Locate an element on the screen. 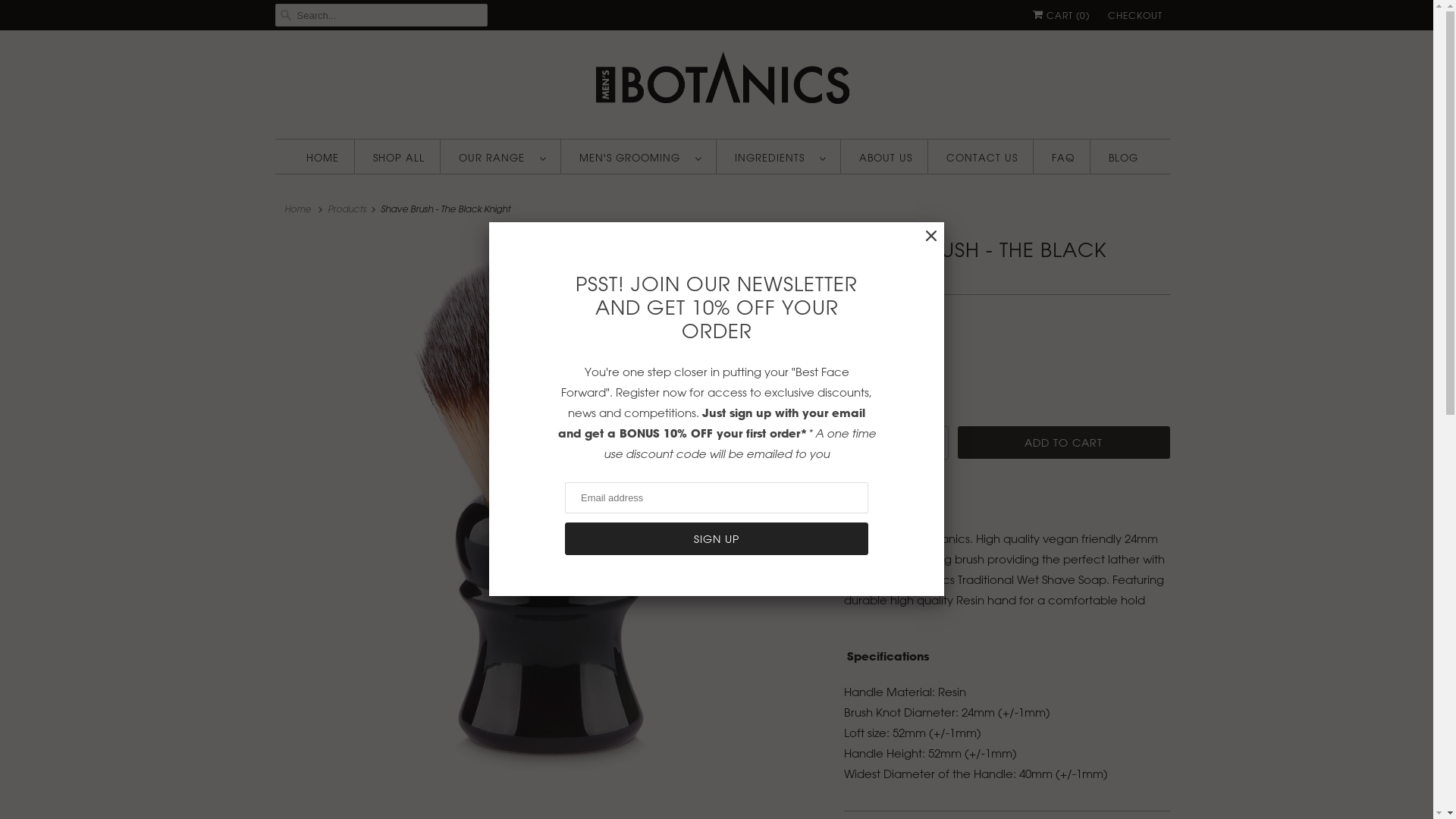  'CHECKOUT' is located at coordinates (1106, 14).